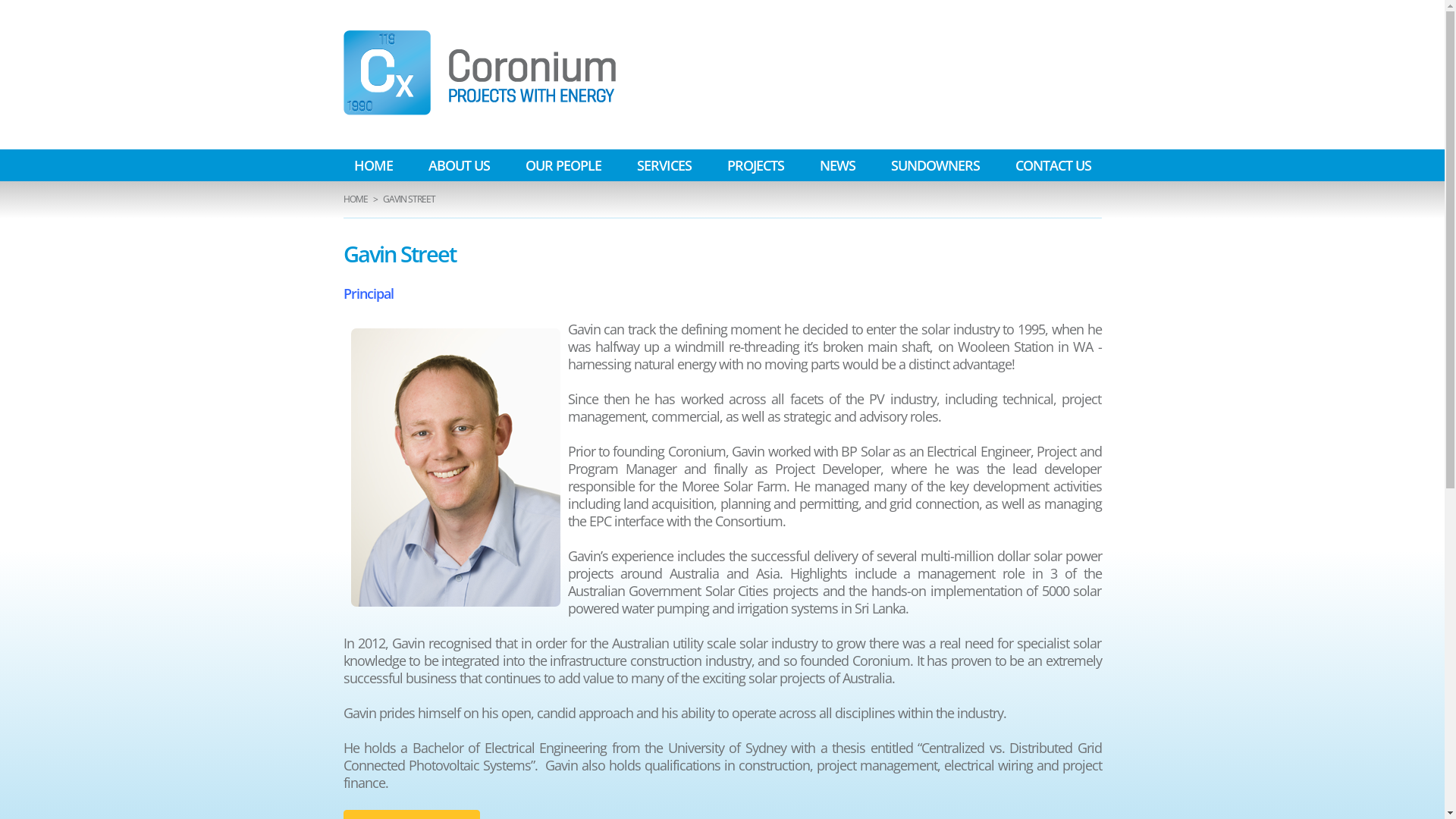 The height and width of the screenshot is (819, 1456). I want to click on 'Gavin Street BW', so click(454, 466).